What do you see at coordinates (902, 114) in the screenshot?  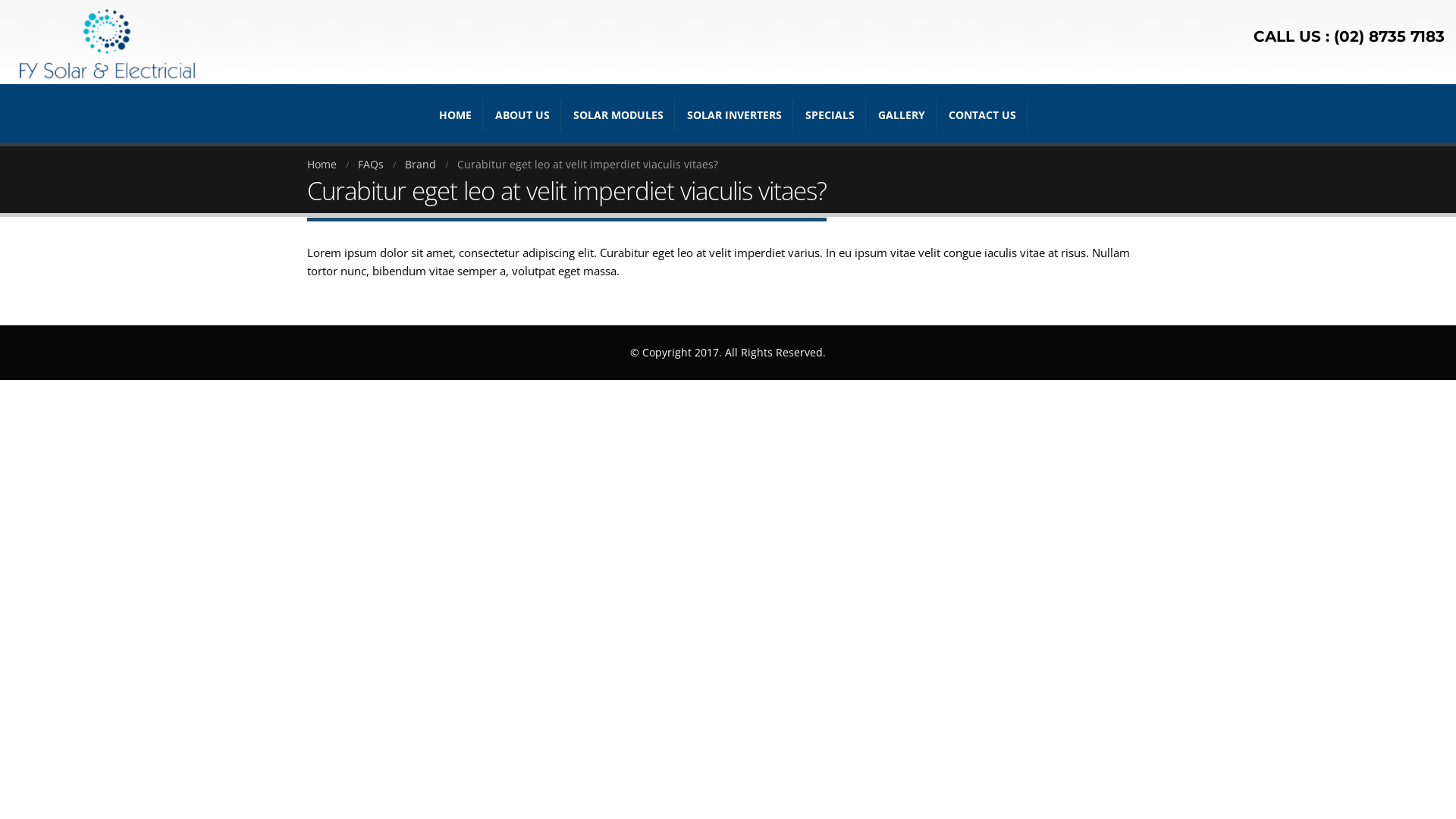 I see `'GALLERY'` at bounding box center [902, 114].